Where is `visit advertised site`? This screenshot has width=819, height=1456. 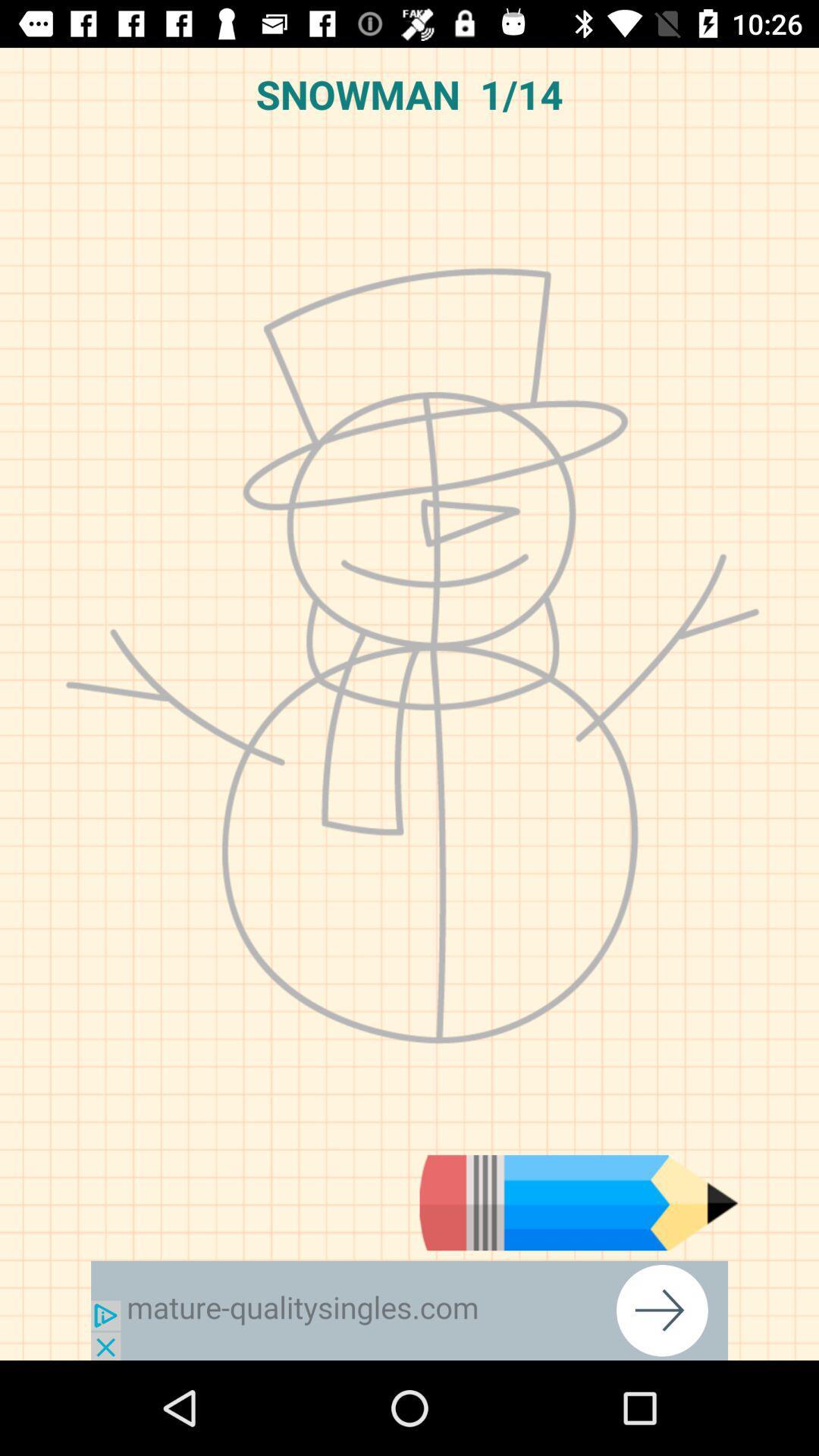
visit advertised site is located at coordinates (409, 1310).